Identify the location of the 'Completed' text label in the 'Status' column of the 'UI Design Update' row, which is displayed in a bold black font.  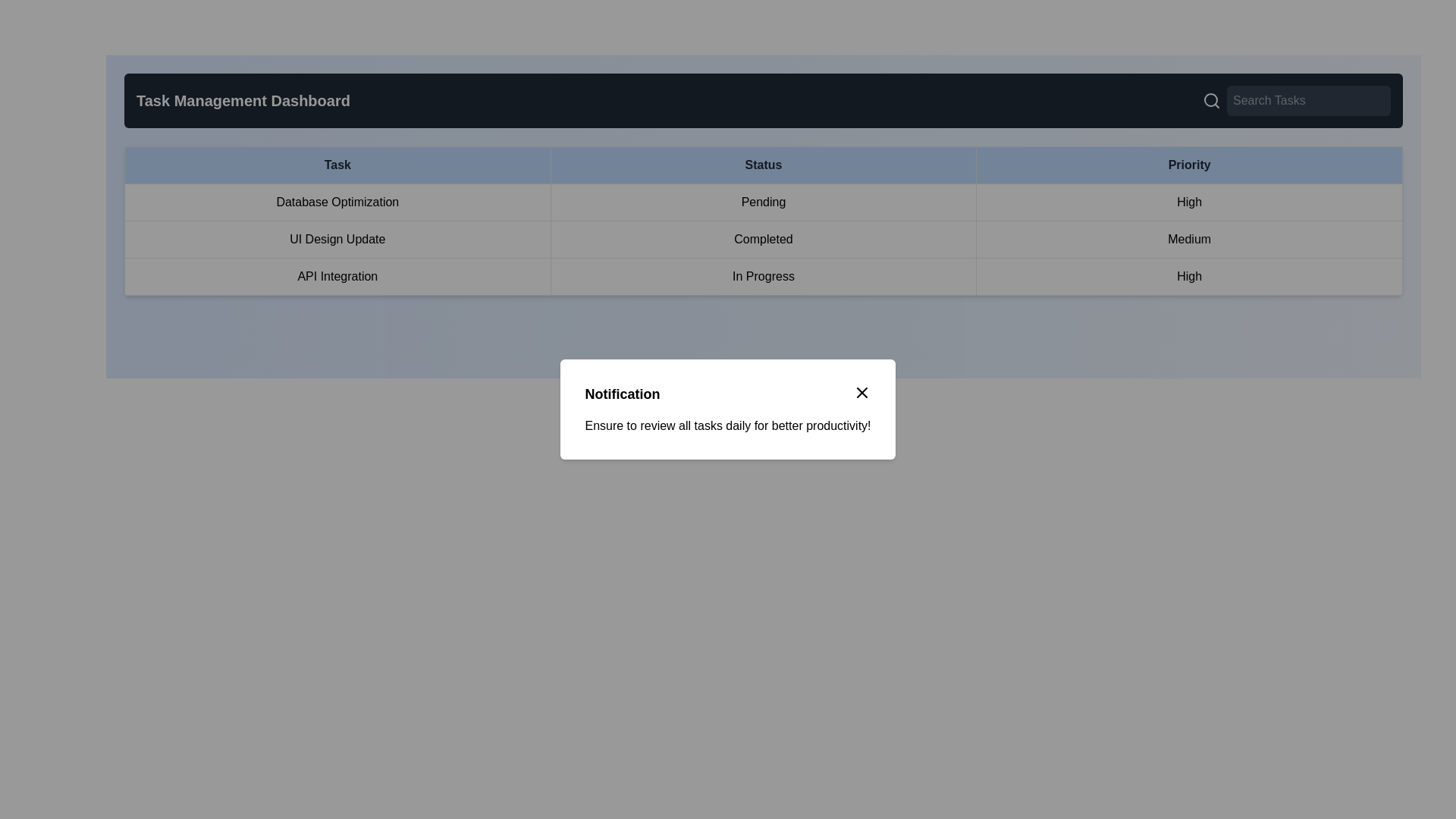
(764, 239).